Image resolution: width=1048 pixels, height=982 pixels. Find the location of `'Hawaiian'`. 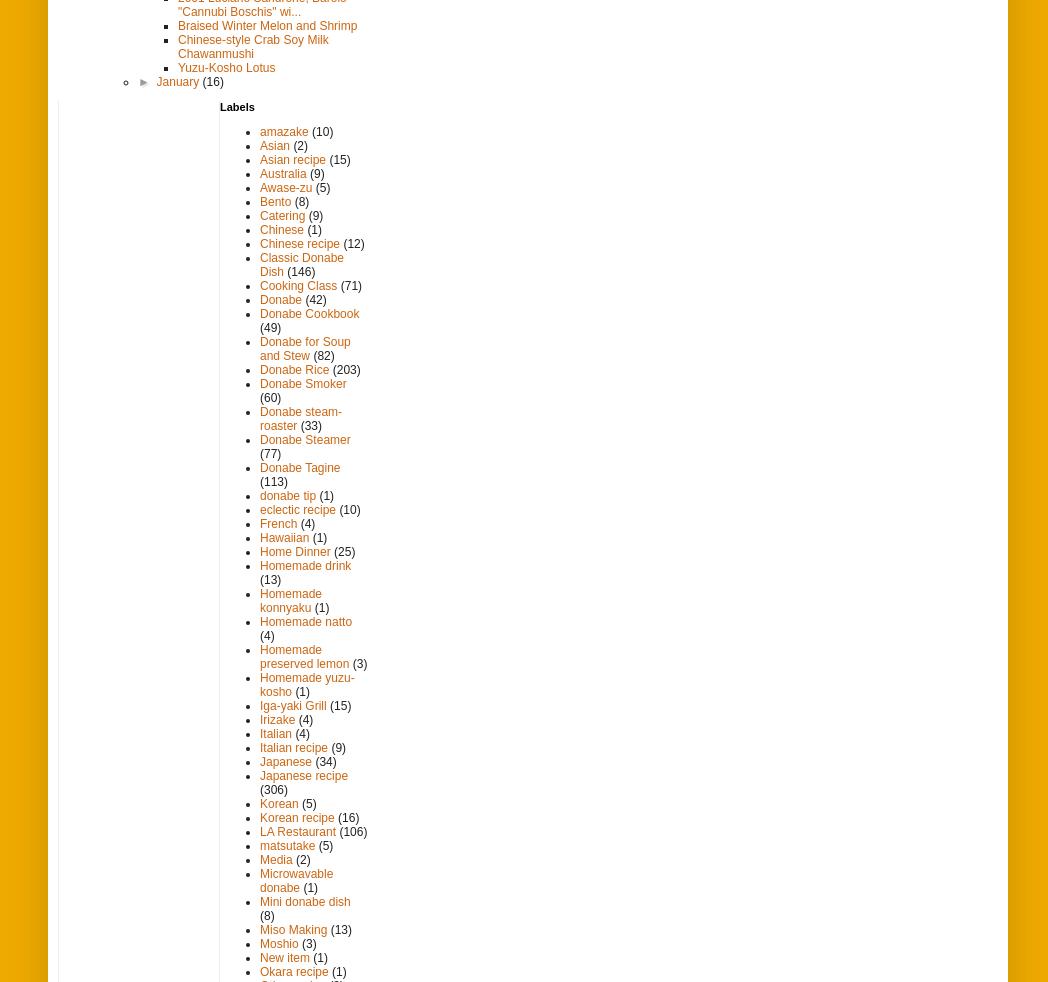

'Hawaiian' is located at coordinates (283, 537).